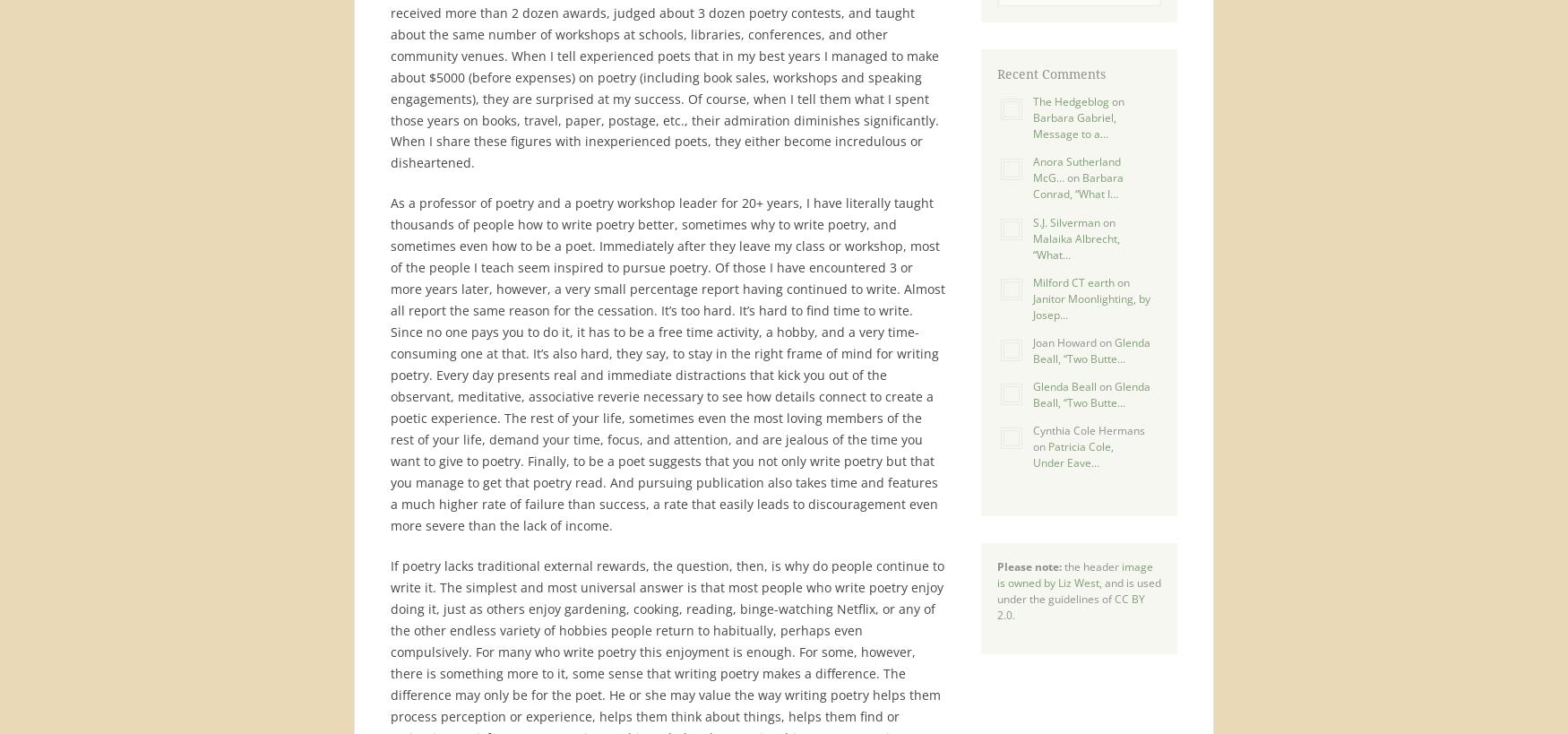 This screenshot has width=1568, height=734. What do you see at coordinates (1012, 614) in the screenshot?
I see `'.'` at bounding box center [1012, 614].